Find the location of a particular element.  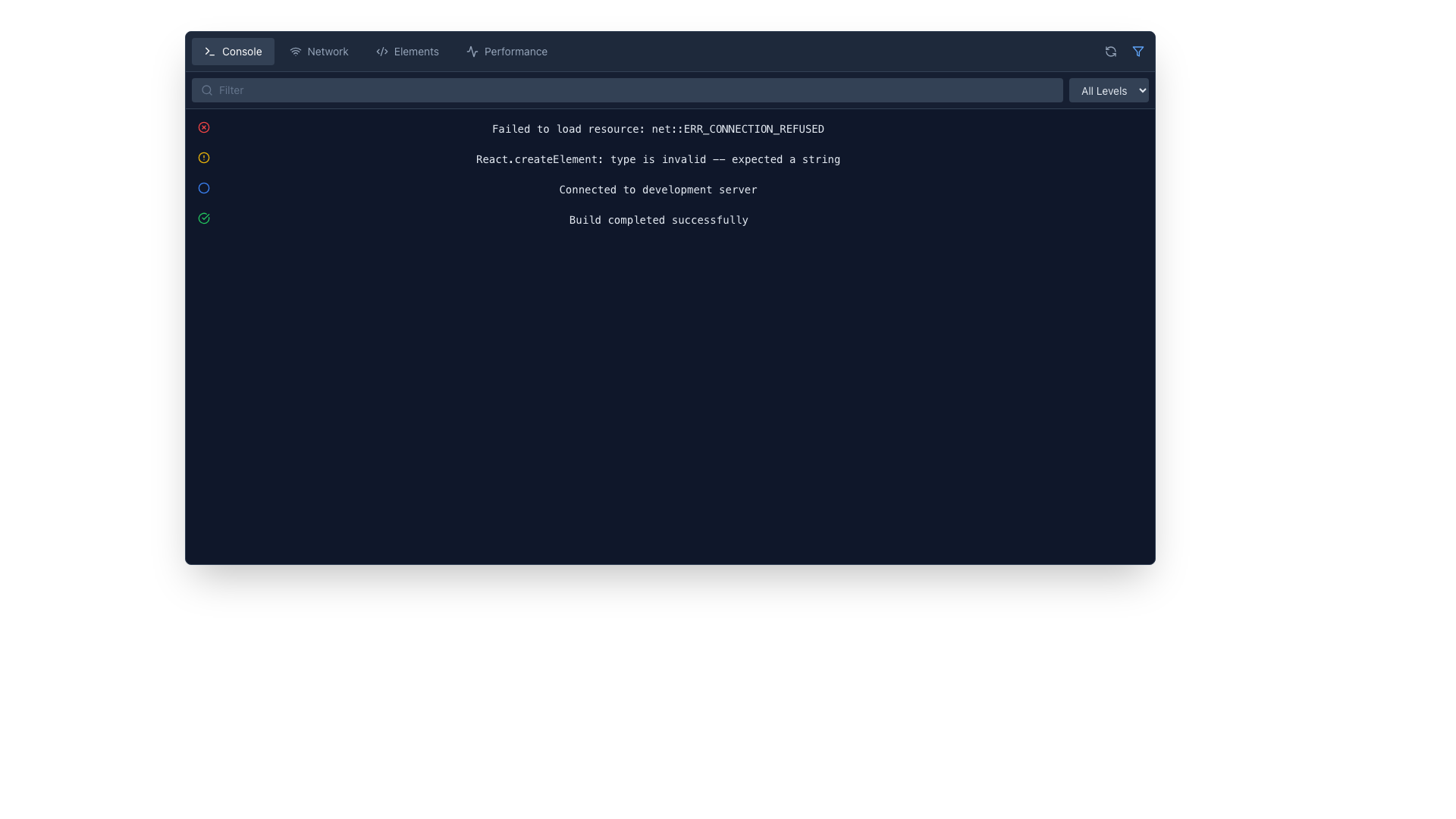

the 'Performance' button in the navigation bar is located at coordinates (506, 51).